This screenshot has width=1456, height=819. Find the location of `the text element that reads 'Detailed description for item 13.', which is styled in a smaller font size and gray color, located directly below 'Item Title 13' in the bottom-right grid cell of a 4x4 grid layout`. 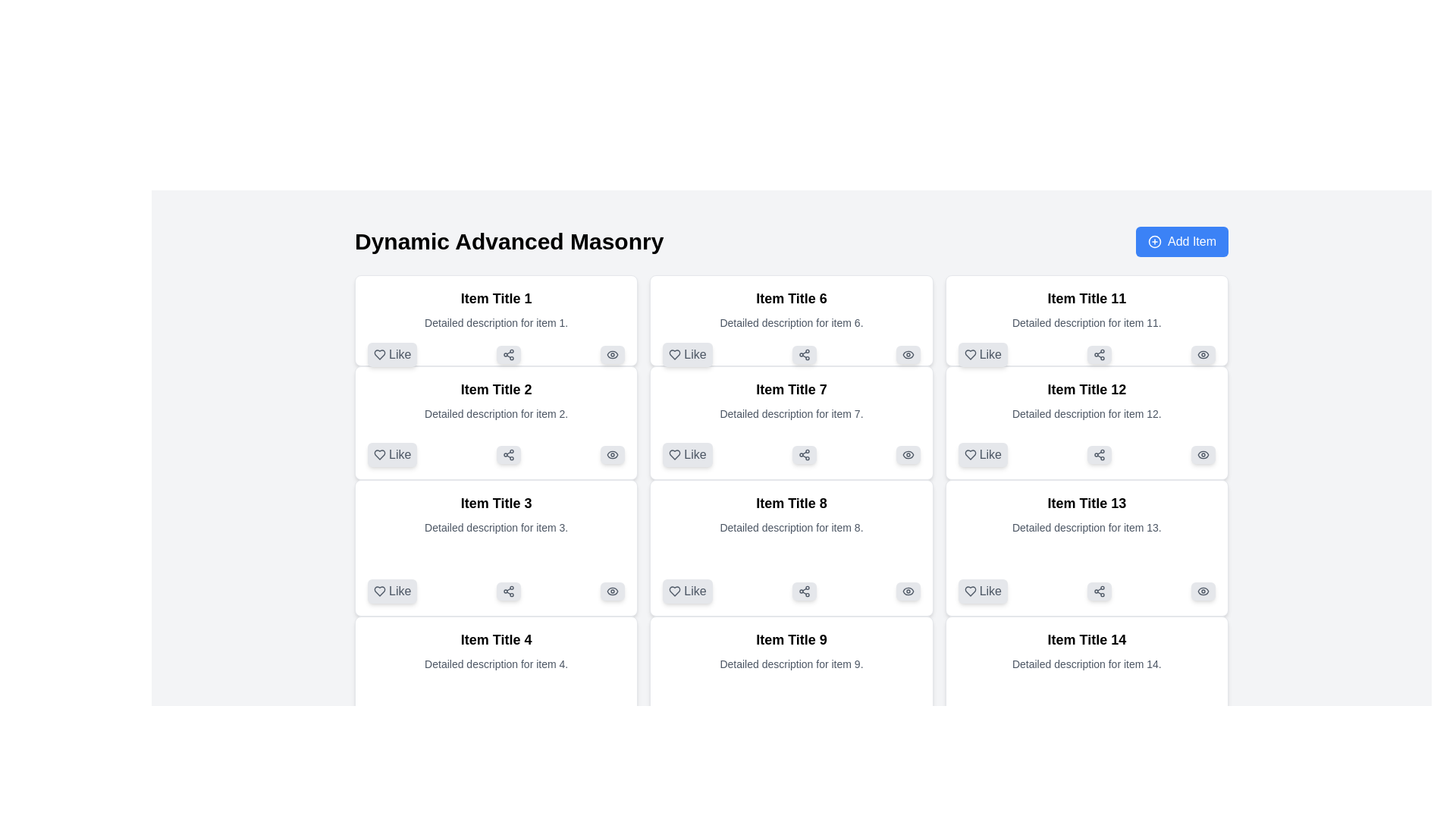

the text element that reads 'Detailed description for item 13.', which is styled in a smaller font size and gray color, located directly below 'Item Title 13' in the bottom-right grid cell of a 4x4 grid layout is located at coordinates (1086, 526).